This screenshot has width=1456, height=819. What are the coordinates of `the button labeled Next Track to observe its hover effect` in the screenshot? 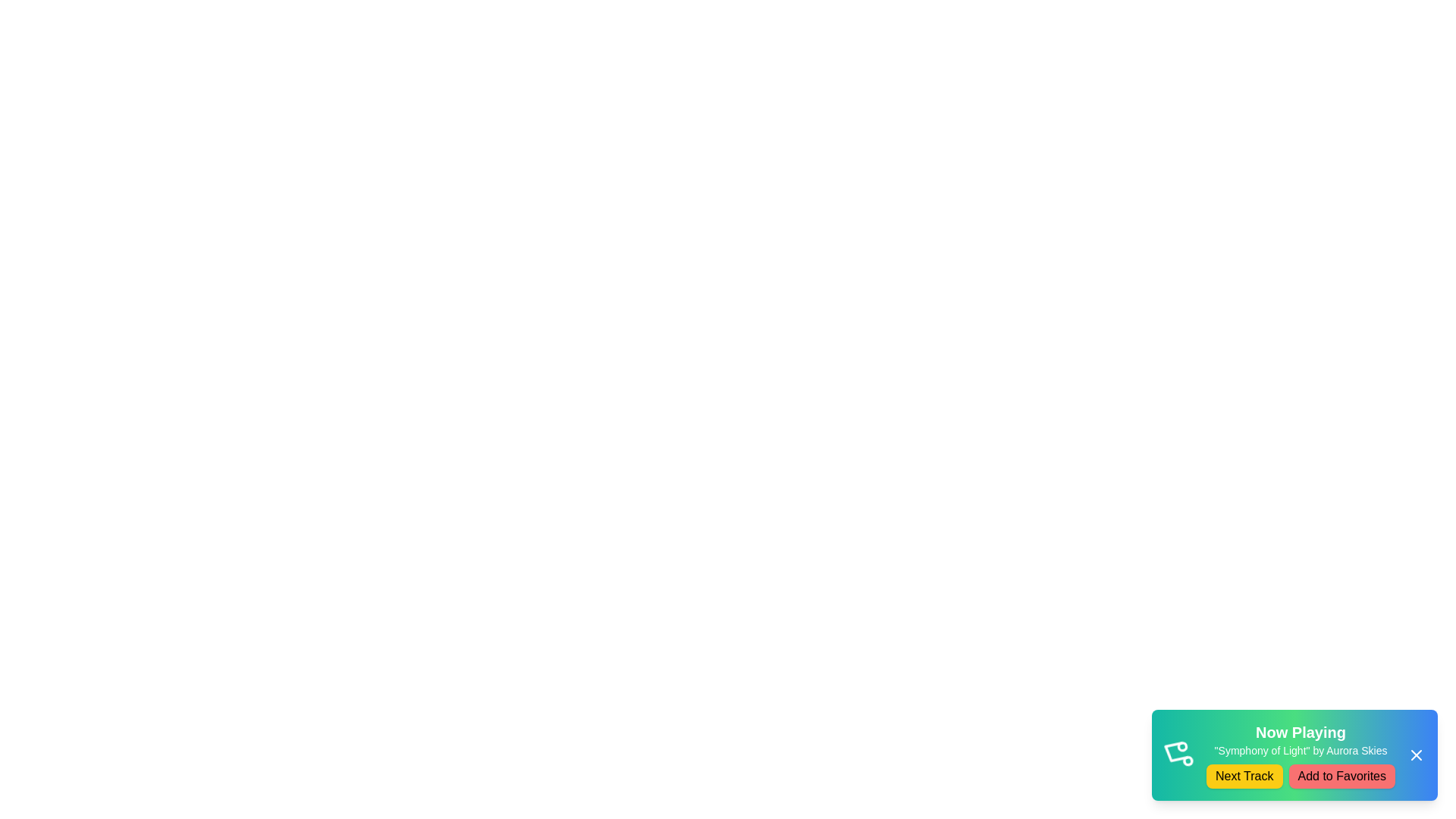 It's located at (1244, 776).